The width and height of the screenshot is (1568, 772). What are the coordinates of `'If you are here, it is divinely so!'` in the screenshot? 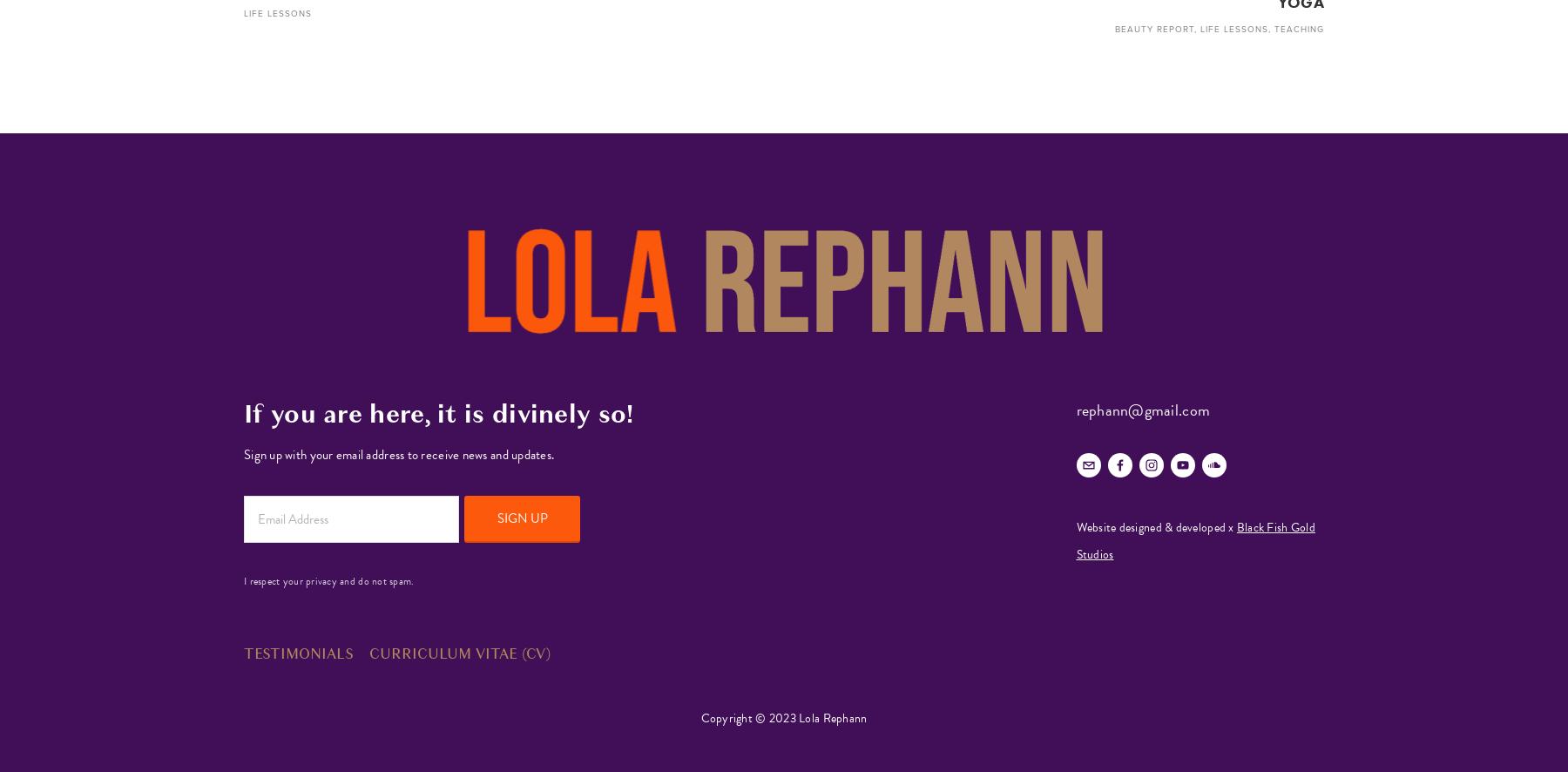 It's located at (437, 413).